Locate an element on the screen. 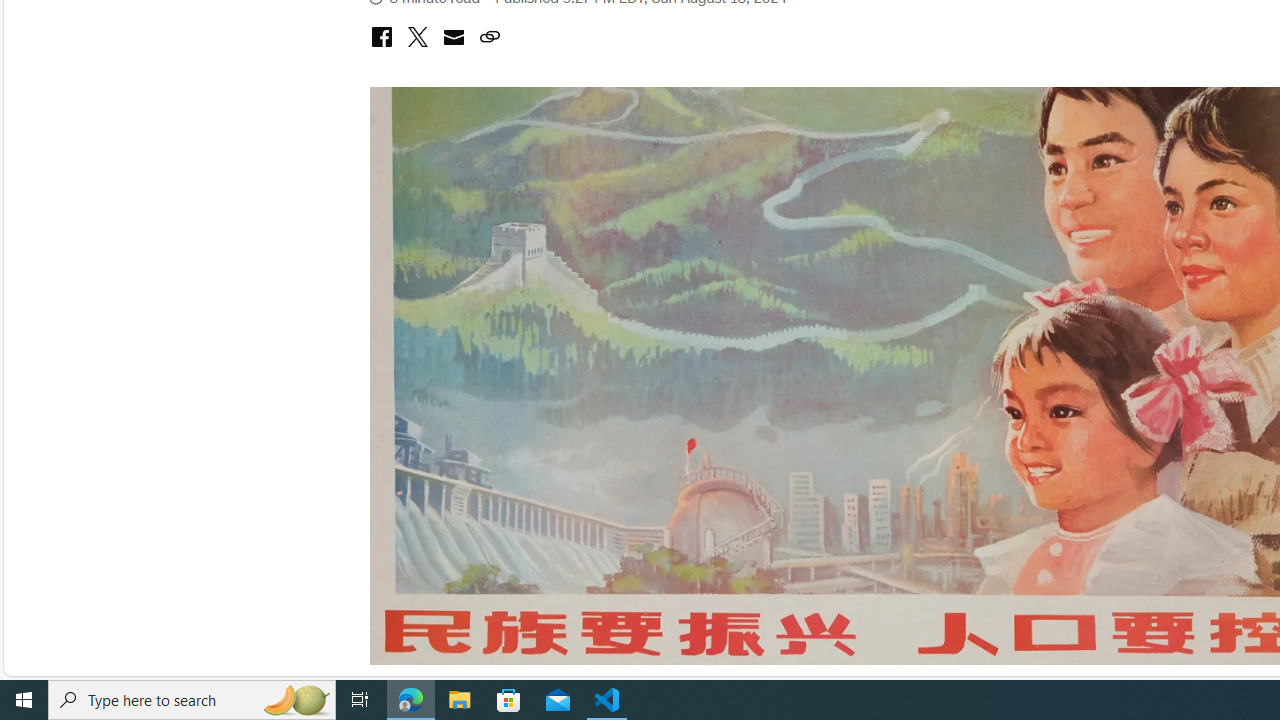 The width and height of the screenshot is (1280, 720). 'share with email' is located at coordinates (452, 39).